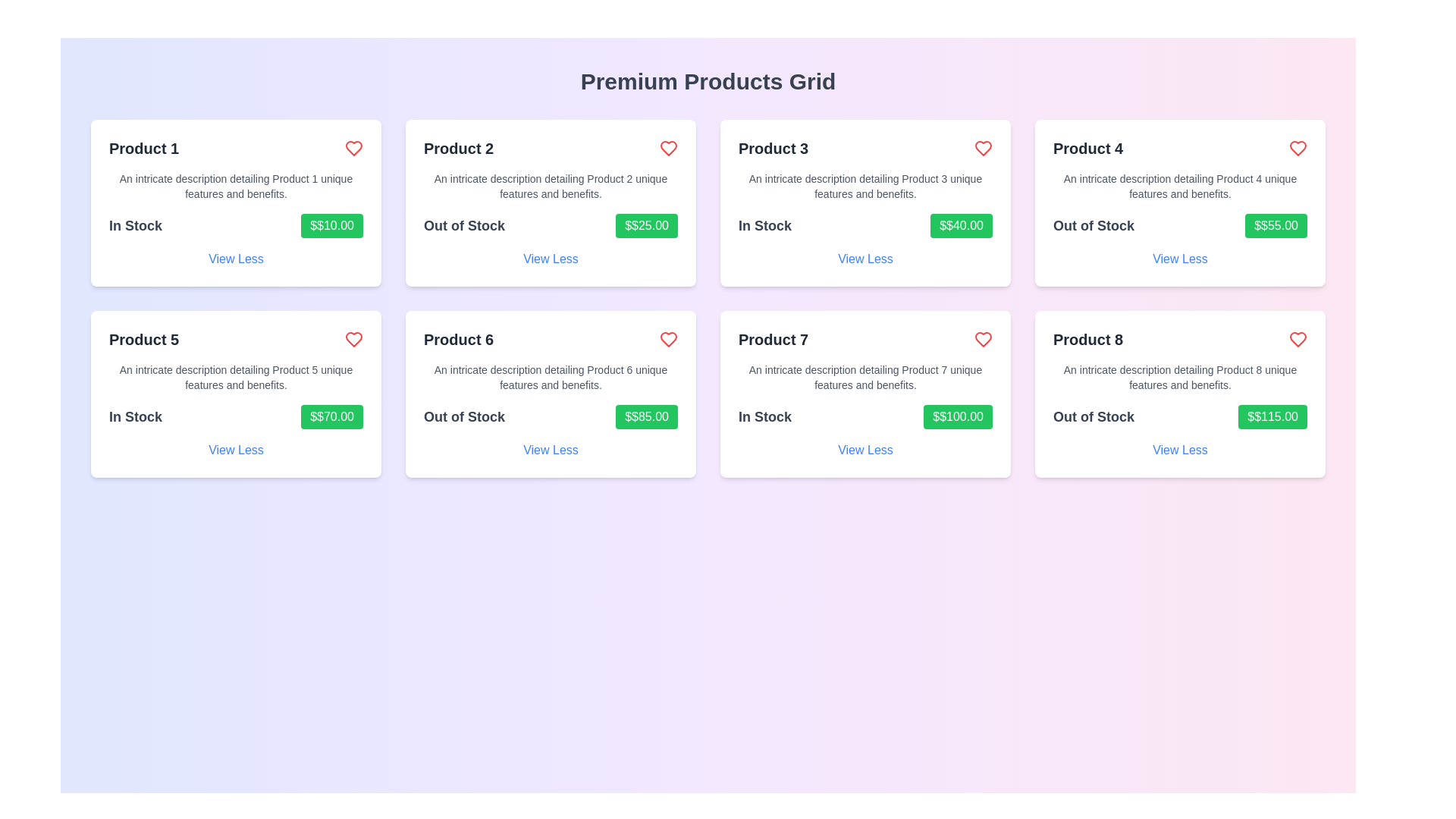  I want to click on the heart-shaped clickable icon button located at the upper right corner of the 'Product 2' card, so click(668, 149).